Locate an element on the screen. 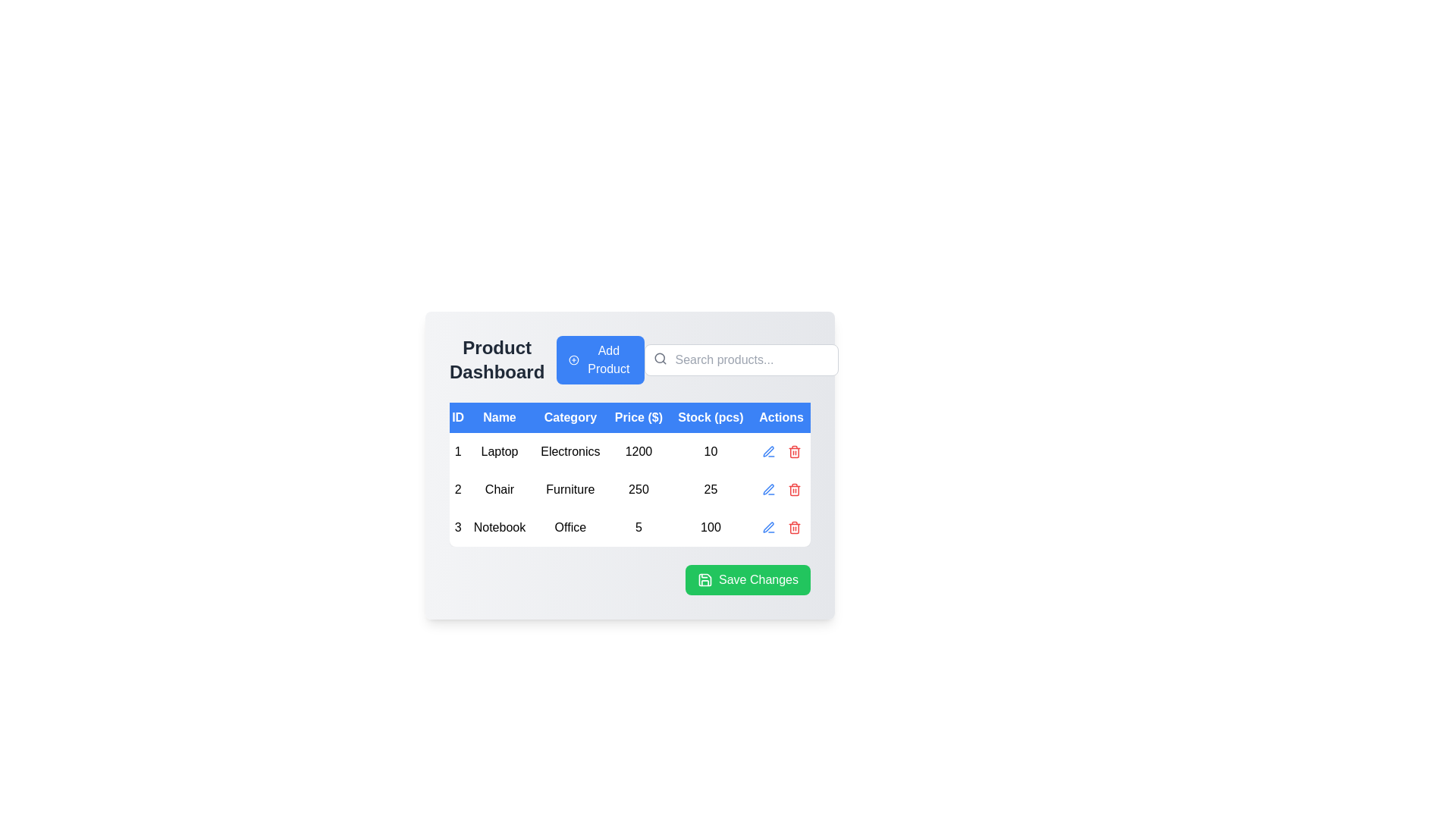 The height and width of the screenshot is (819, 1456). the Pen icon in the Actions column of the third row of the Product Dashboard is located at coordinates (768, 526).